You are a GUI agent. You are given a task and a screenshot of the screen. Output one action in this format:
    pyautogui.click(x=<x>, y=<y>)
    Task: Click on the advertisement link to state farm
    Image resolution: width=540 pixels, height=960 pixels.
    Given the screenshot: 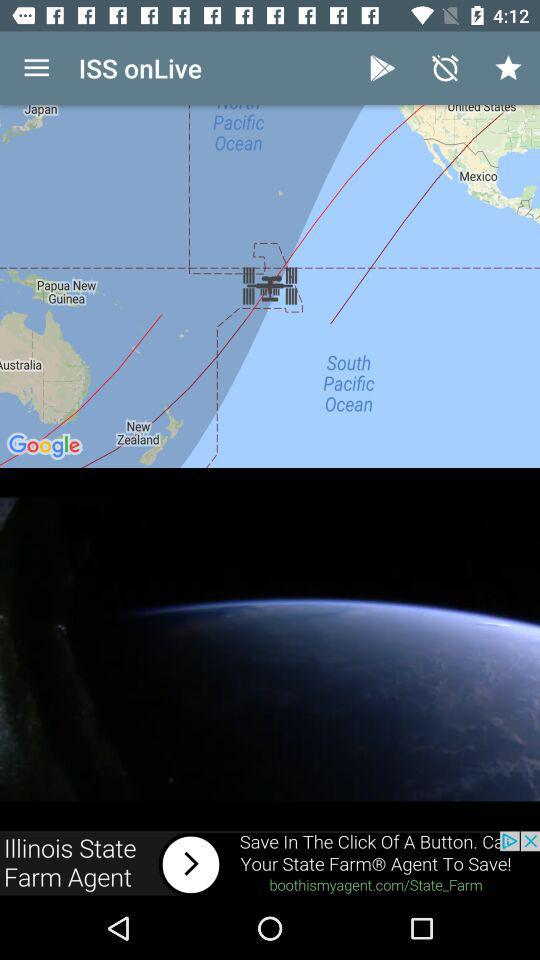 What is the action you would take?
    pyautogui.click(x=270, y=863)
    